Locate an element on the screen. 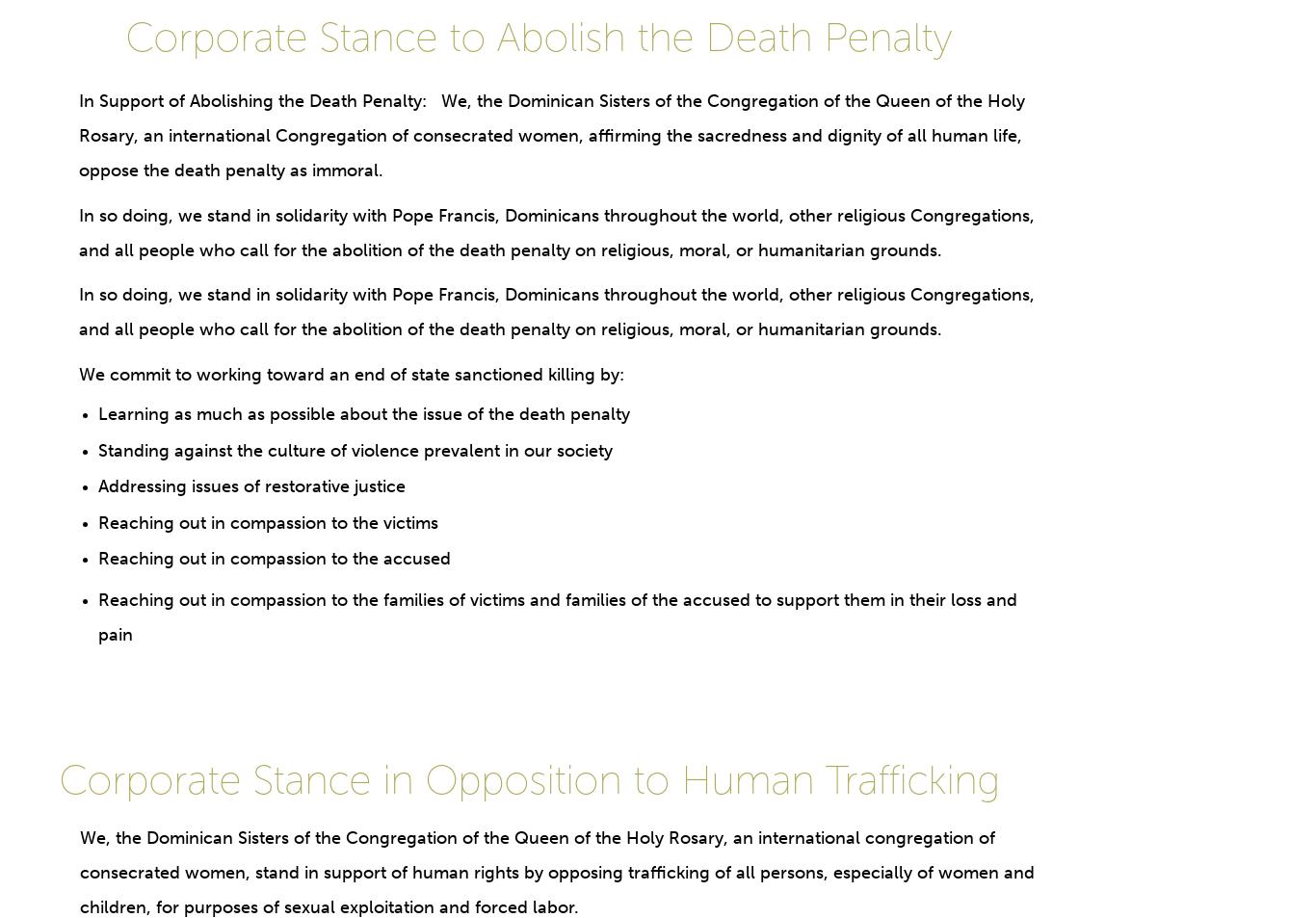 The image size is (1316, 918). 'Learning as much as possible about the issue of the death penalty' is located at coordinates (362, 412).